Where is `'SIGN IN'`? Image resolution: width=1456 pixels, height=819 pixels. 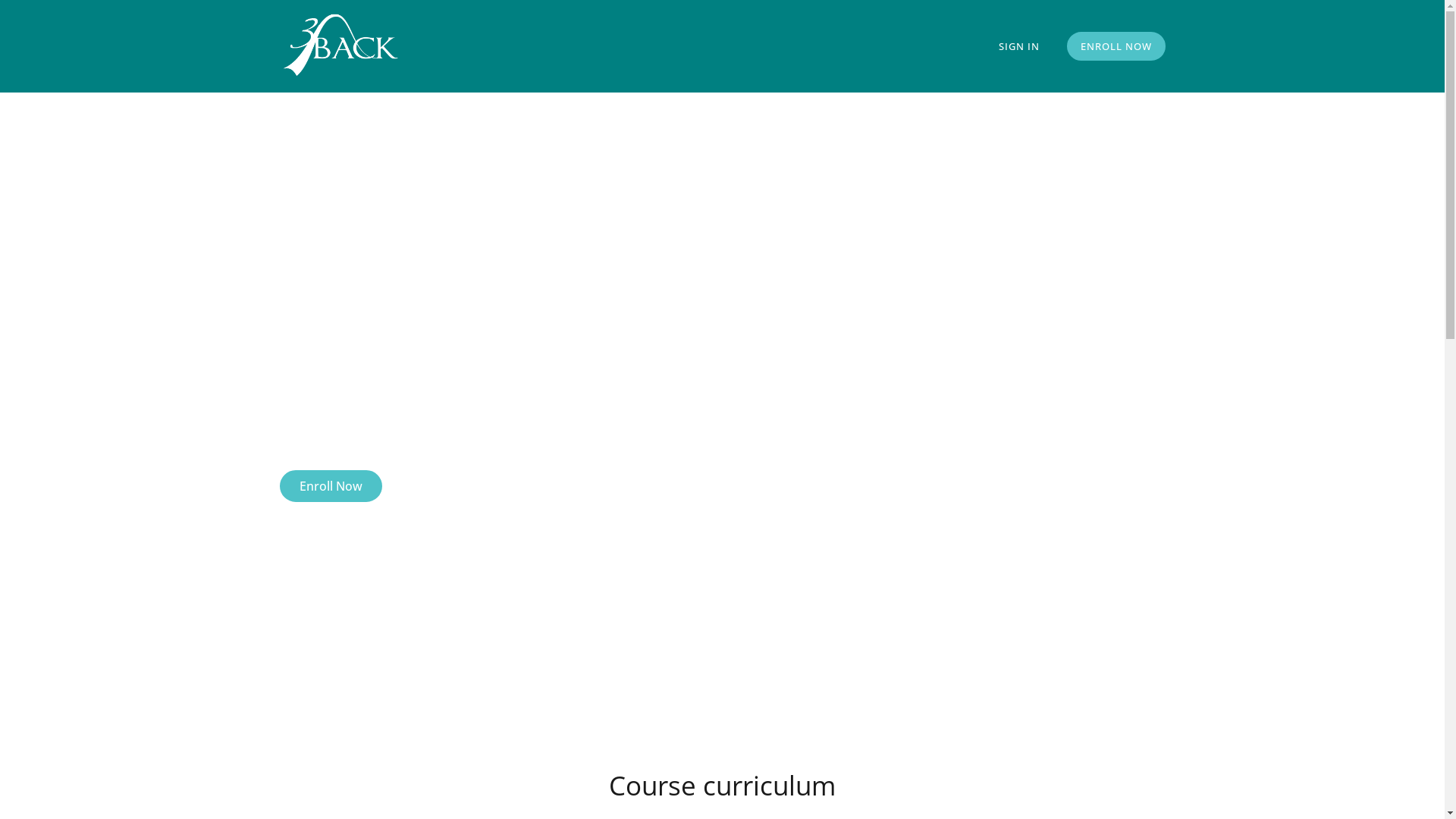 'SIGN IN' is located at coordinates (1018, 45).